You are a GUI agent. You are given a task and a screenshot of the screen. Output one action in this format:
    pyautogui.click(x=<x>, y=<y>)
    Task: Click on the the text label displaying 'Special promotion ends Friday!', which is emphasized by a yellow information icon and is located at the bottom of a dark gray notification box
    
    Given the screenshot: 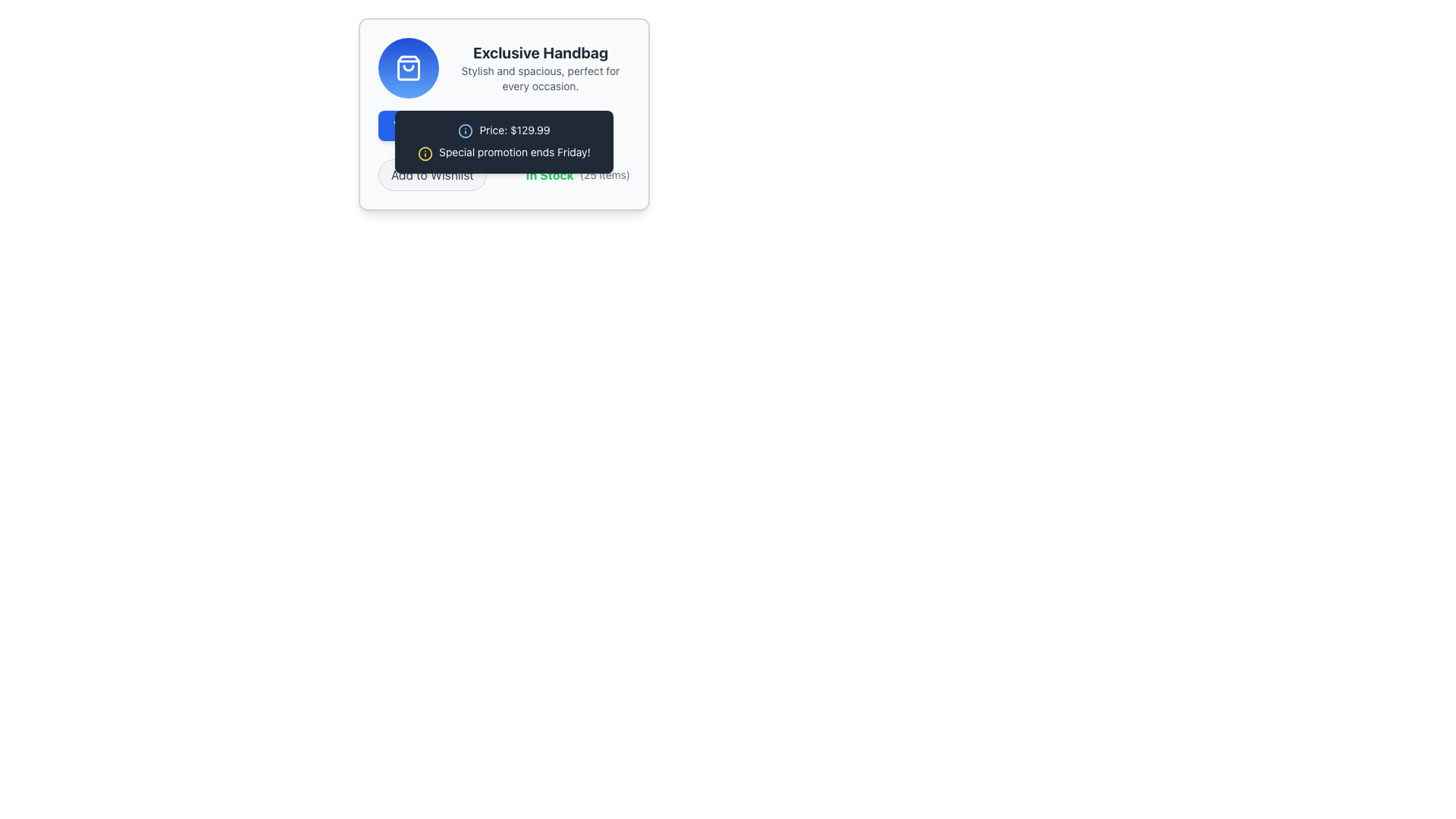 What is the action you would take?
    pyautogui.click(x=504, y=152)
    